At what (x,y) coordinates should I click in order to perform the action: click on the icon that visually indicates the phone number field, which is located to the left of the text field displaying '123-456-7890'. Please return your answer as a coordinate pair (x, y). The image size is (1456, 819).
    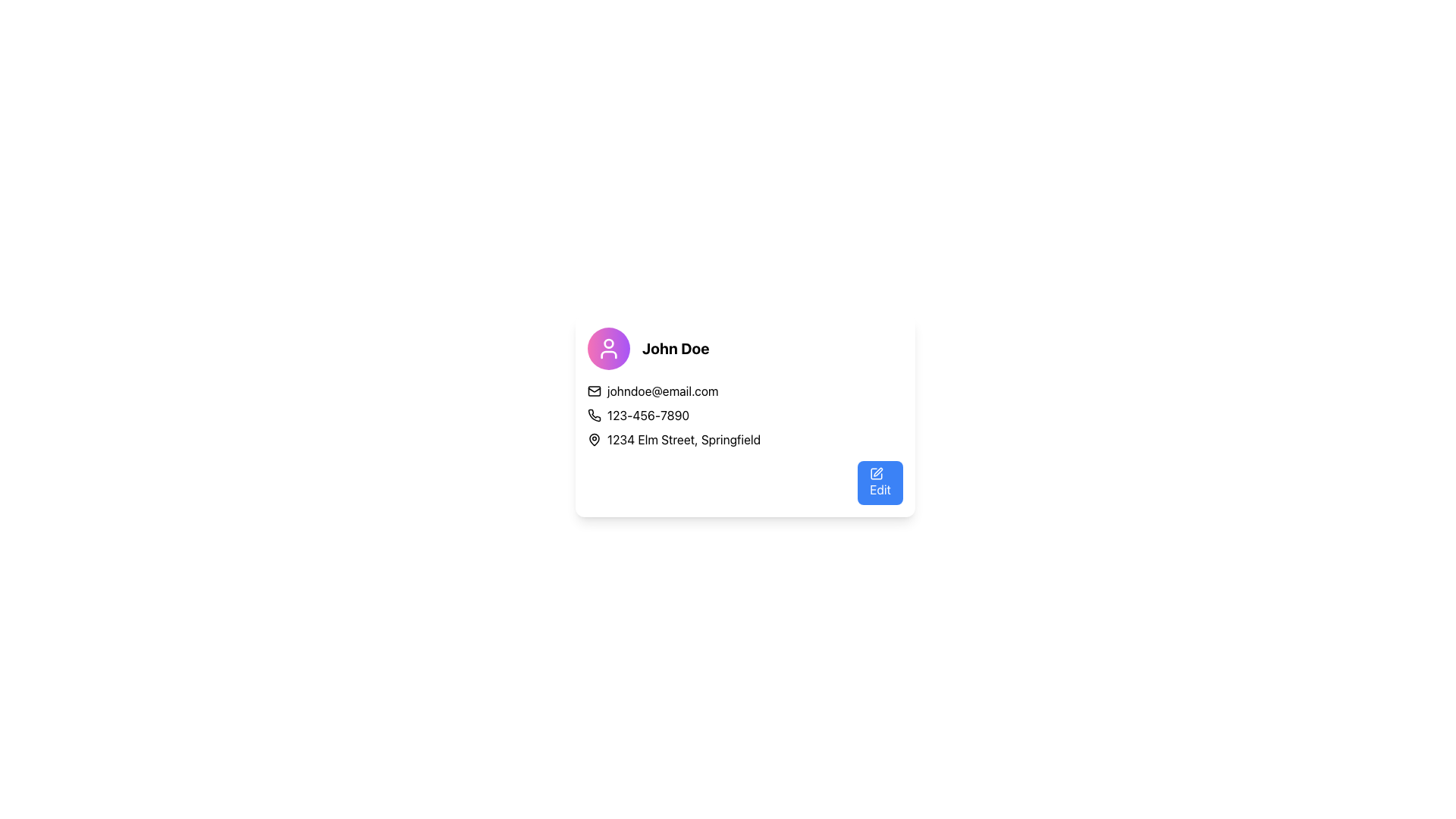
    Looking at the image, I should click on (594, 415).